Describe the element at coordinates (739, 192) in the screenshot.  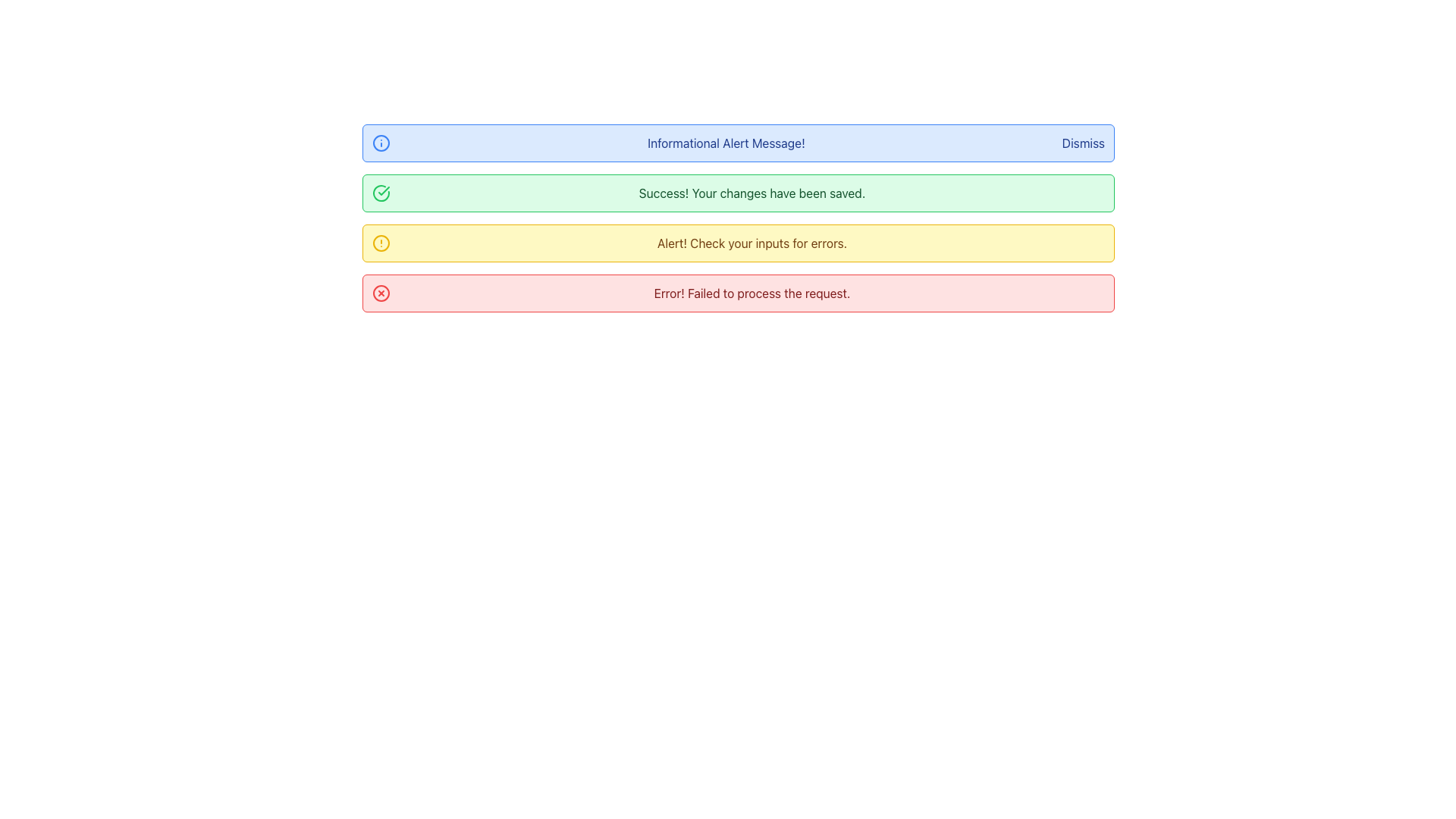
I see `the Notification Banner styled with a green background and rounded corners that contains the success message 'Success! Your changes have been saved.'` at that location.